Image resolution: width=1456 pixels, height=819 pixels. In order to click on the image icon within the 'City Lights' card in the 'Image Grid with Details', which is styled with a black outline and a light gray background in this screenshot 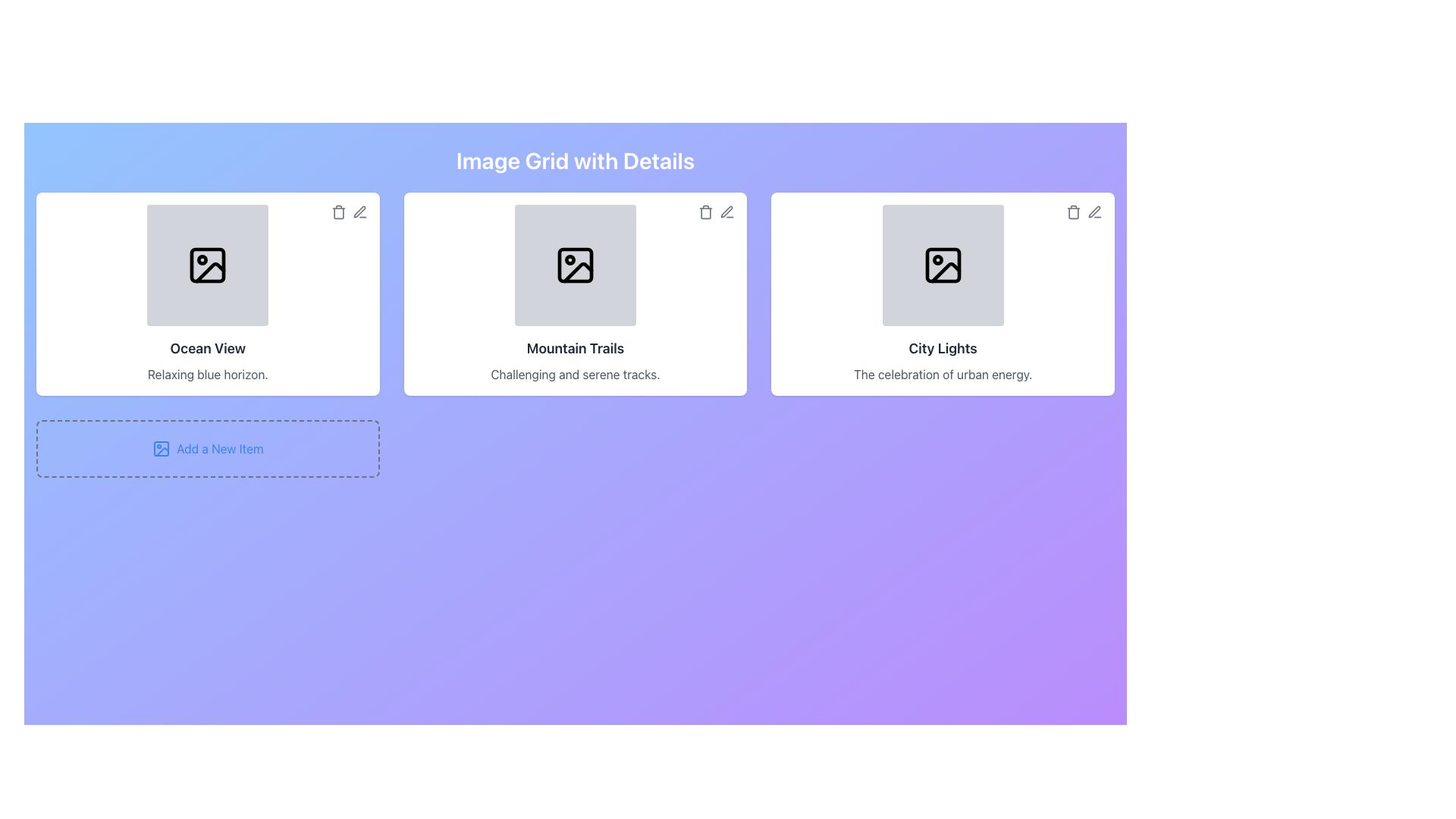, I will do `click(942, 265)`.